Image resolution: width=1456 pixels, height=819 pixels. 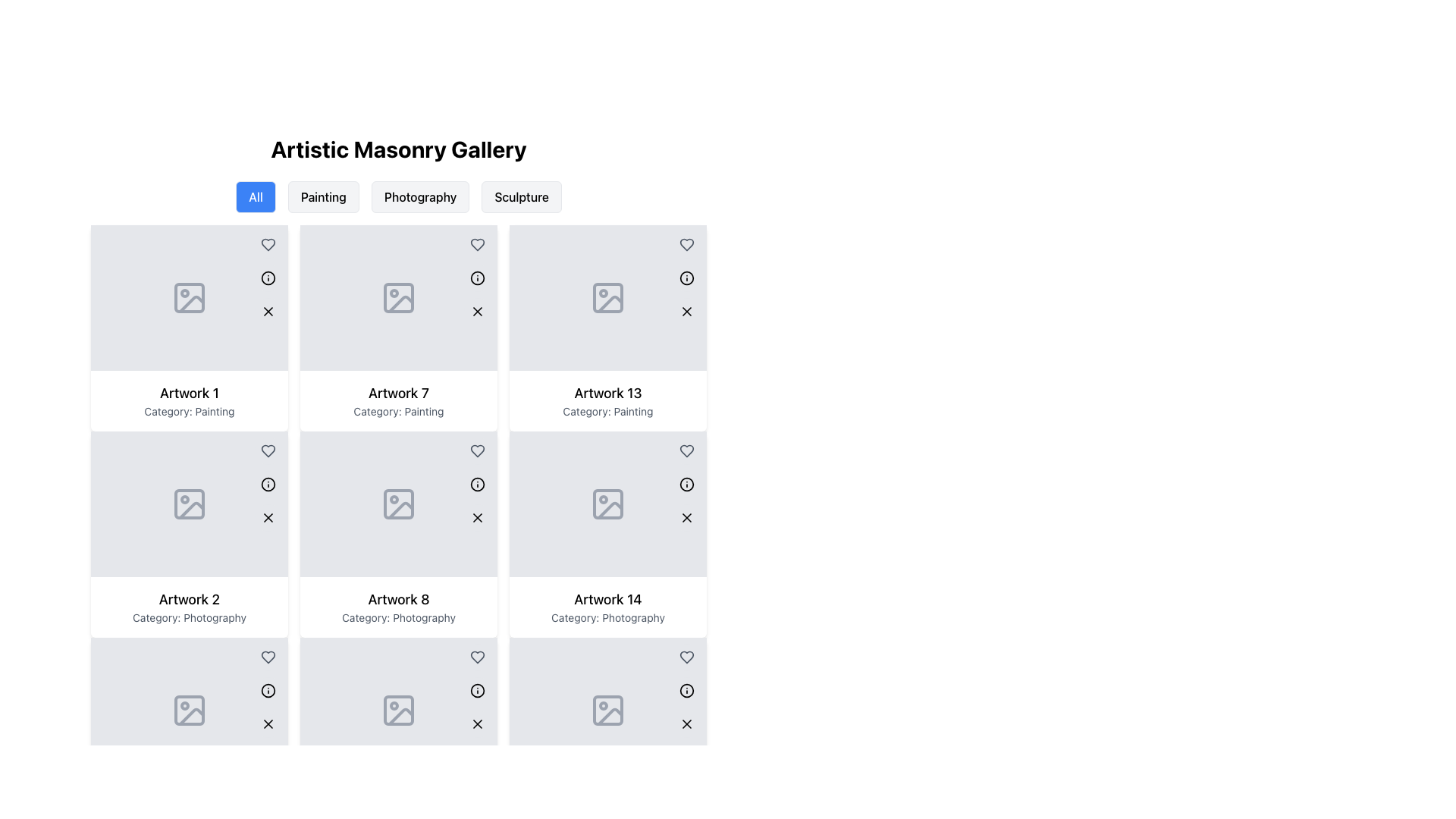 What do you see at coordinates (188, 534) in the screenshot?
I see `the second card from the top in the first column of the multi-column grid layout that displays artwork information, allowing interaction with the card or its icons` at bounding box center [188, 534].